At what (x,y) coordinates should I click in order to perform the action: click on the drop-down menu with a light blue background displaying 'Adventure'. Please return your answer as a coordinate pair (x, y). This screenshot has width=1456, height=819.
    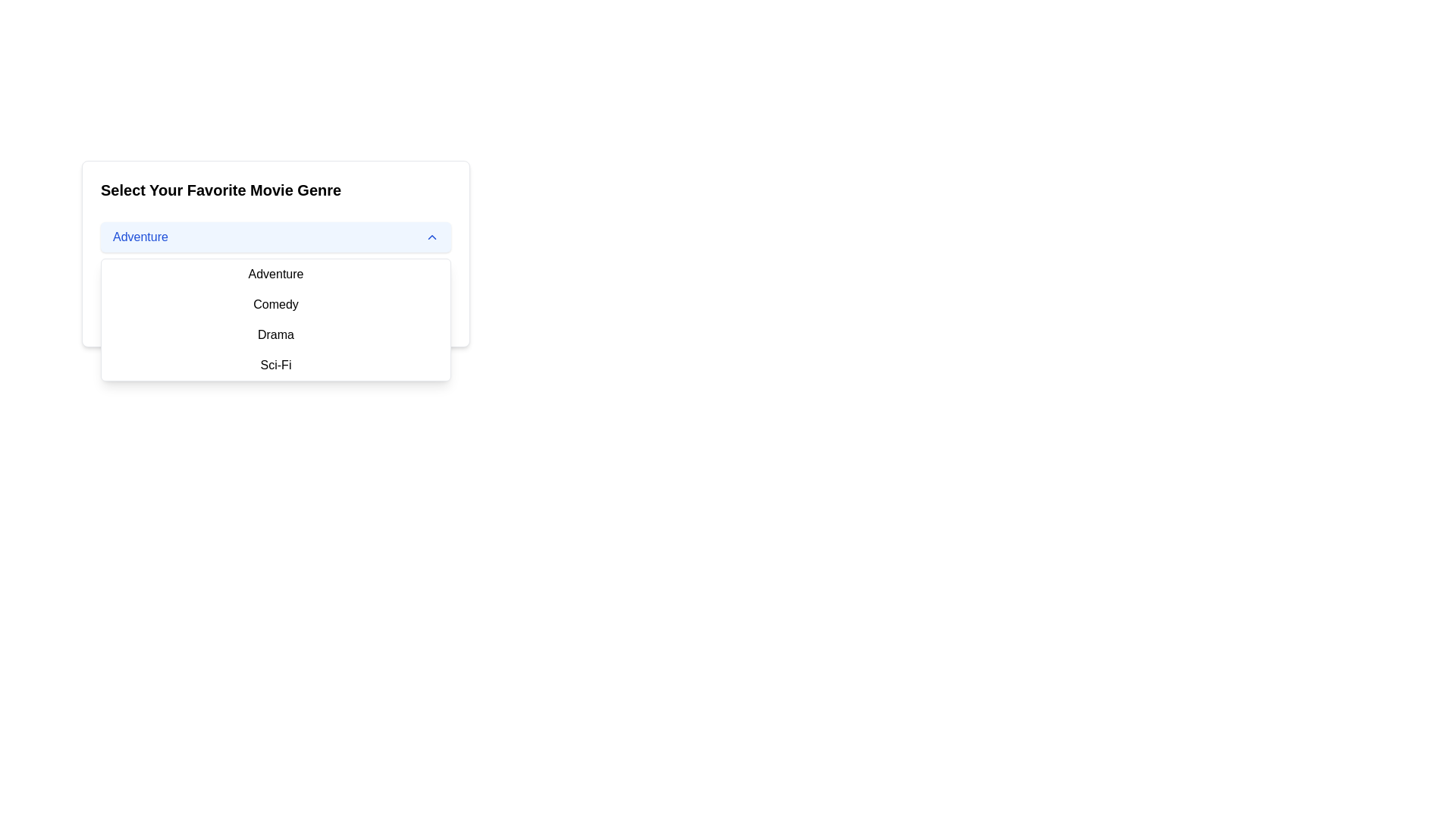
    Looking at the image, I should click on (276, 237).